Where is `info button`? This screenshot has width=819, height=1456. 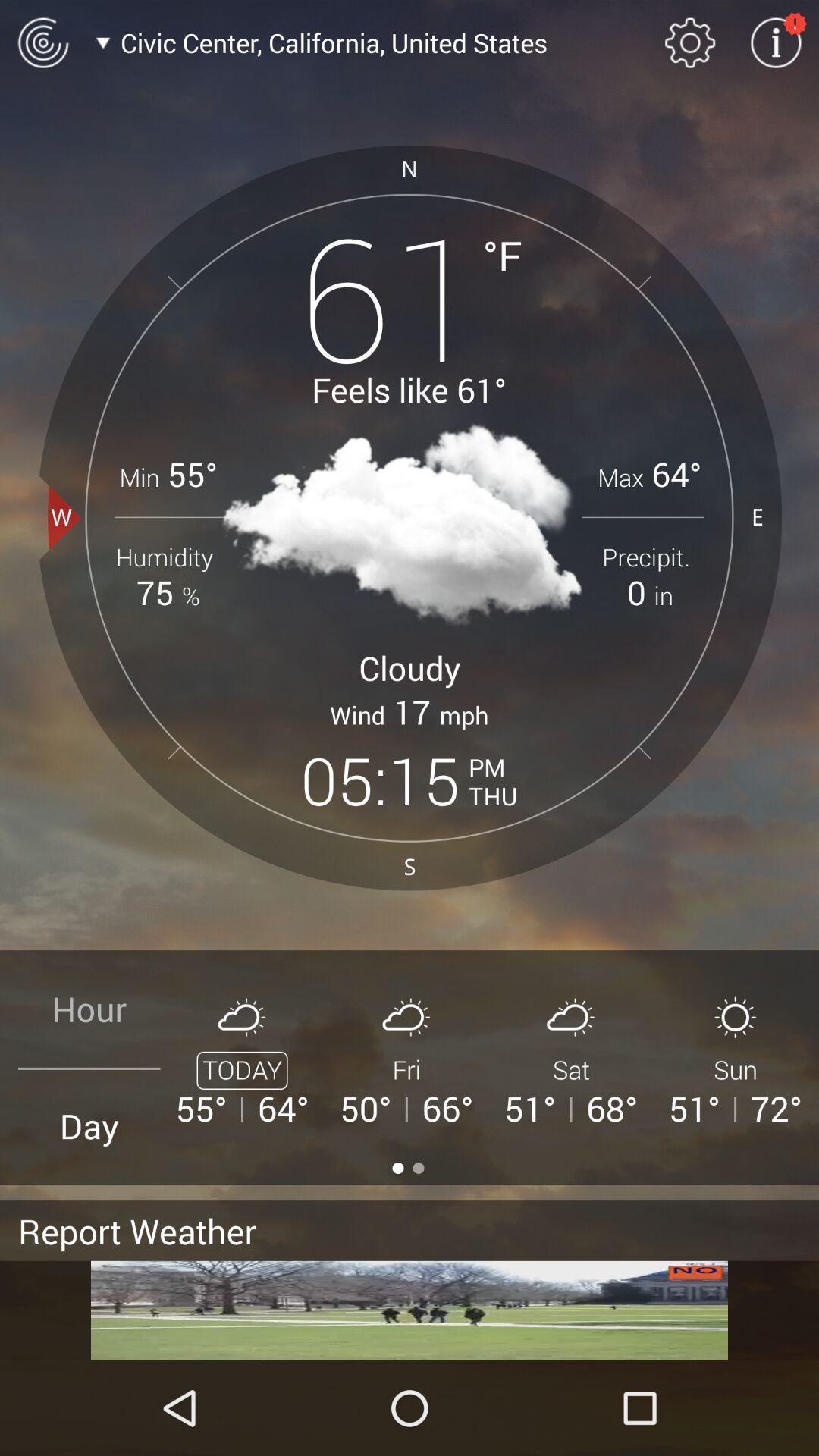
info button is located at coordinates (776, 42).